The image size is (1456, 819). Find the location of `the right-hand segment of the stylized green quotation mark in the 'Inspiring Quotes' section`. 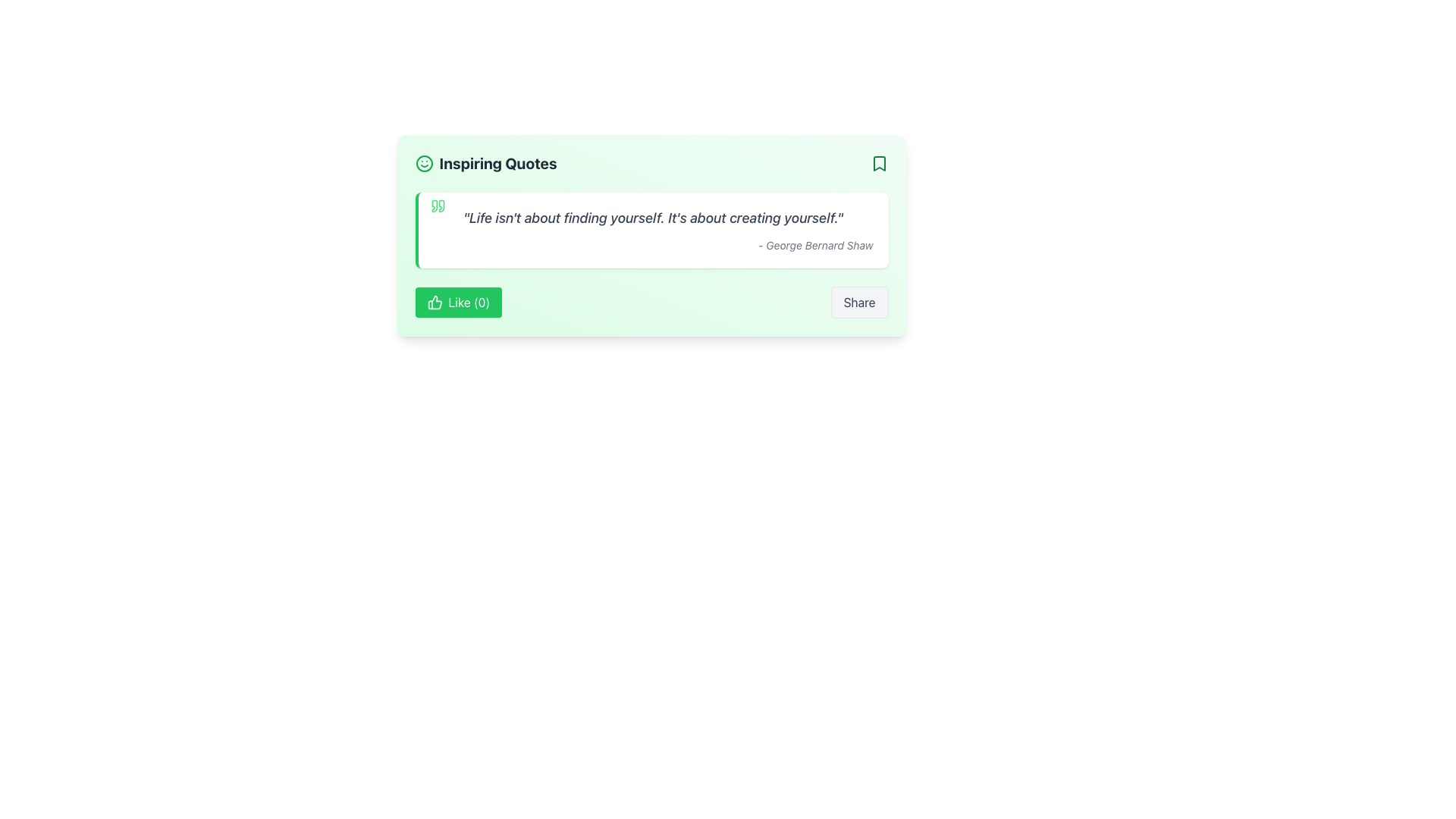

the right-hand segment of the stylized green quotation mark in the 'Inspiring Quotes' section is located at coordinates (441, 206).